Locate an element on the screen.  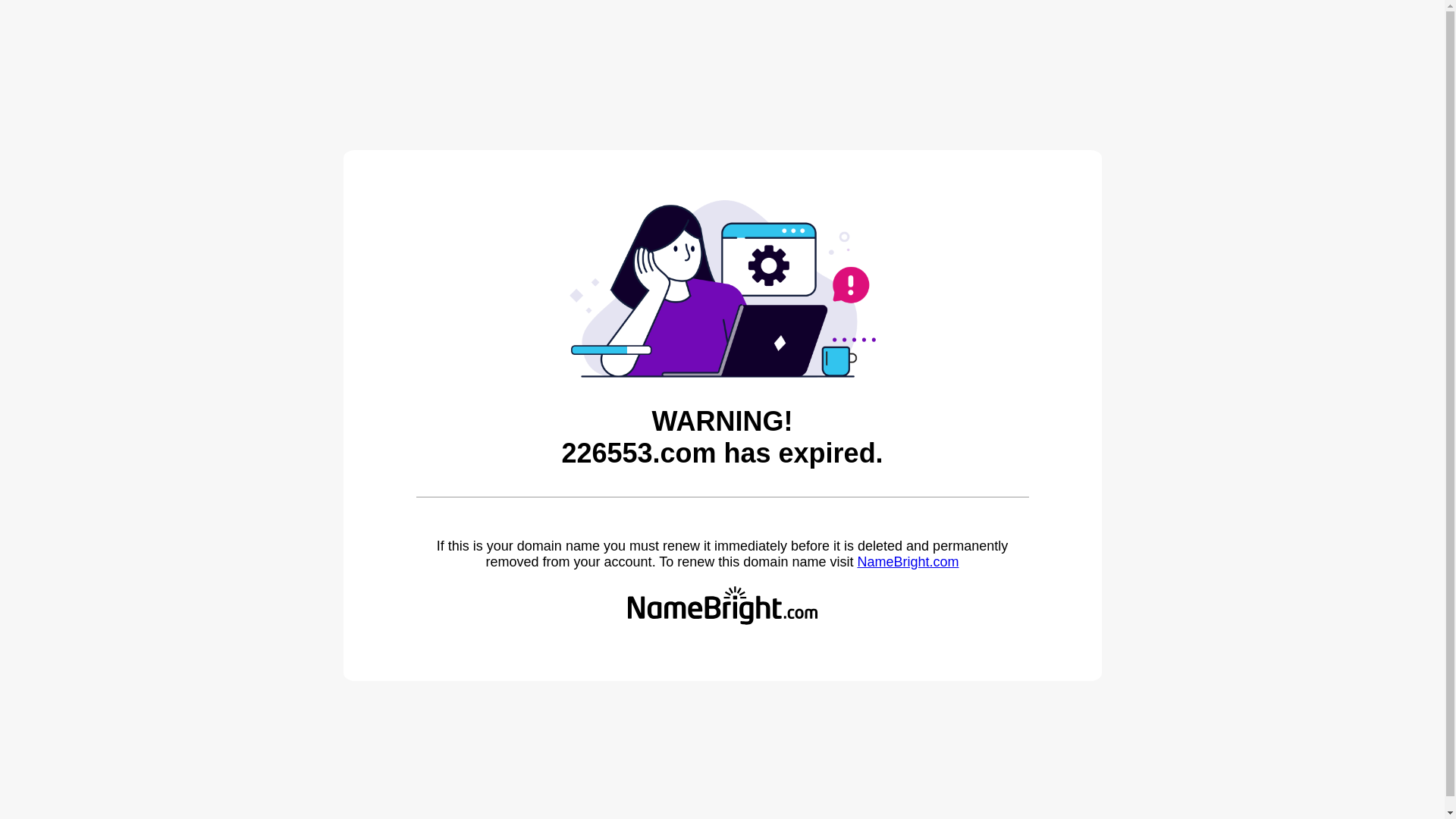
'NameBright.com' is located at coordinates (907, 561).